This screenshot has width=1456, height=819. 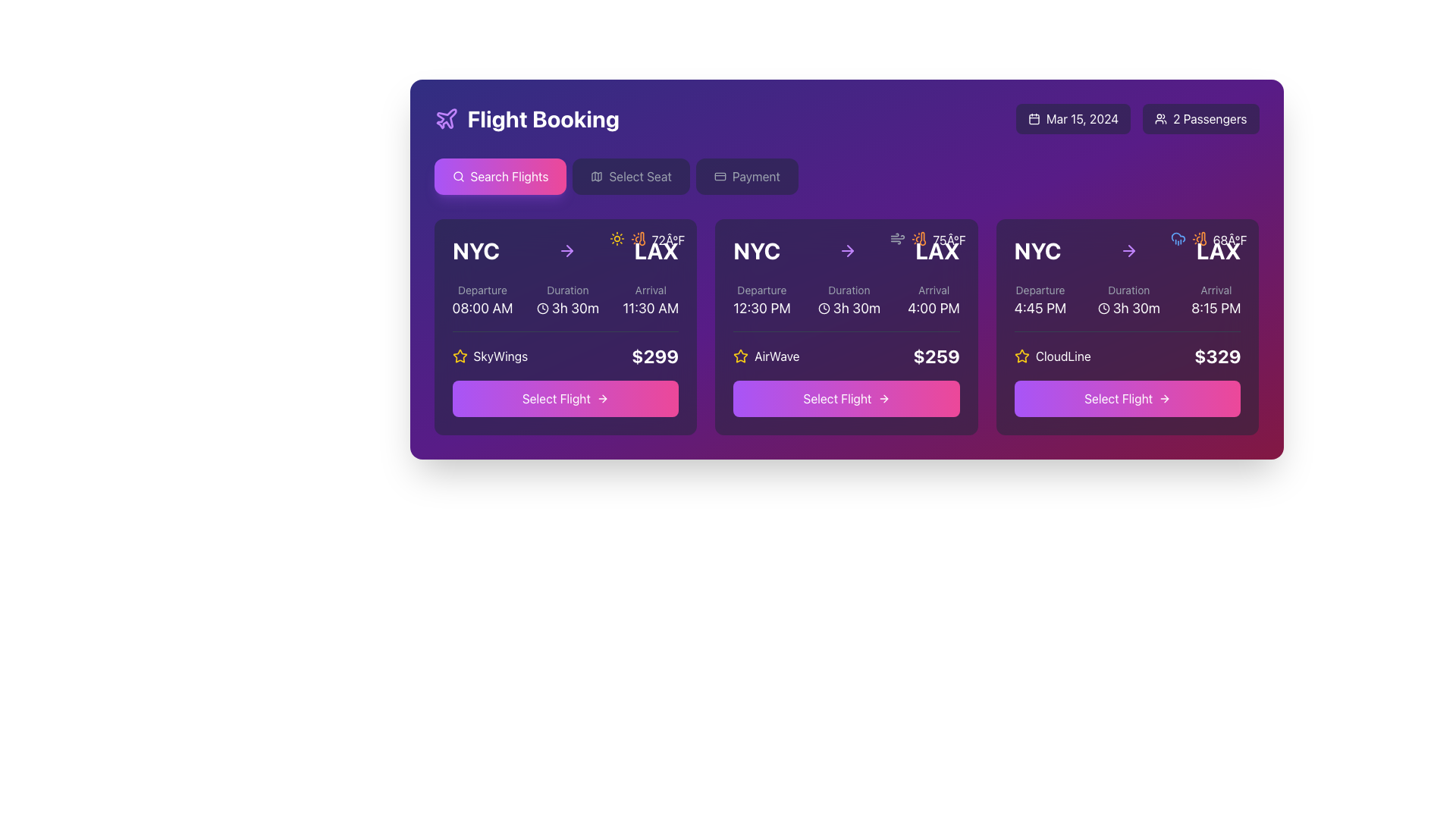 What do you see at coordinates (500, 175) in the screenshot?
I see `the 'Search Flights' button, which has a gradient background from purple to pink, white text, rounded corners, and a magnifying glass icon, located at the top-left under 'Flight Booking'` at bounding box center [500, 175].